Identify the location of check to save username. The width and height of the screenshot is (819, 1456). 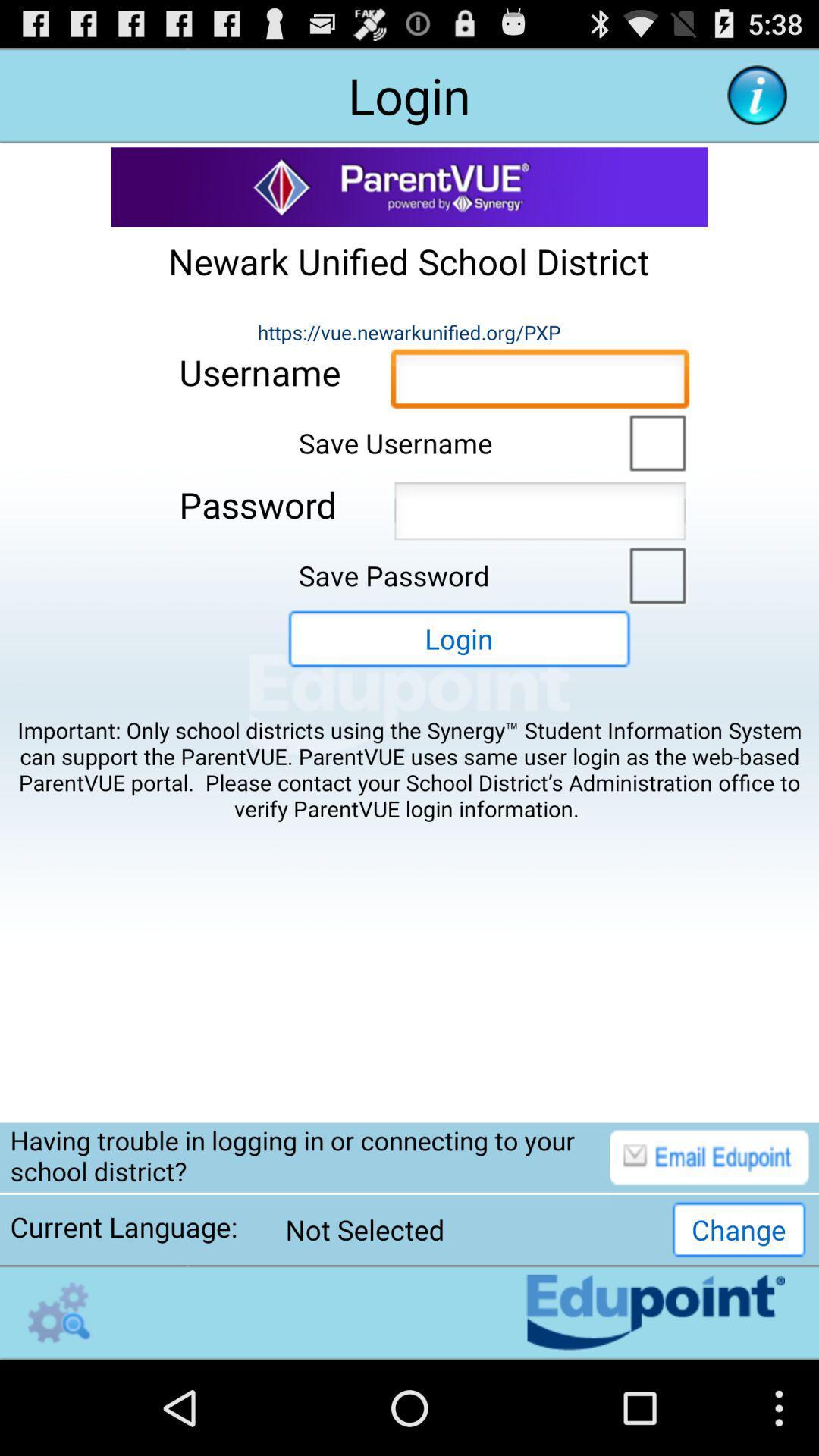
(653, 441).